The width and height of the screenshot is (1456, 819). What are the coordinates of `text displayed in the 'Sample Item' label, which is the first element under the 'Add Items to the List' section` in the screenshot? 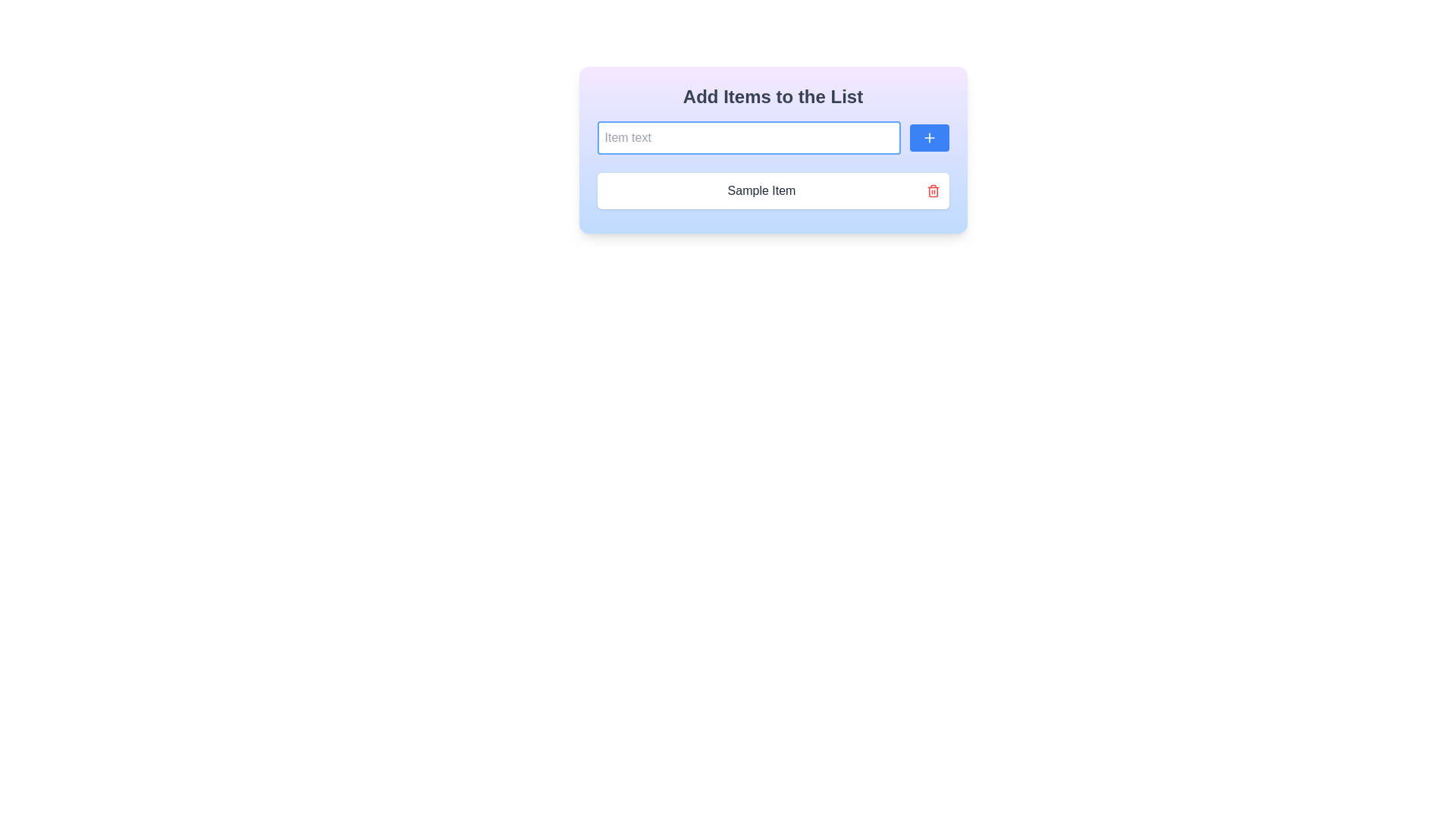 It's located at (761, 190).